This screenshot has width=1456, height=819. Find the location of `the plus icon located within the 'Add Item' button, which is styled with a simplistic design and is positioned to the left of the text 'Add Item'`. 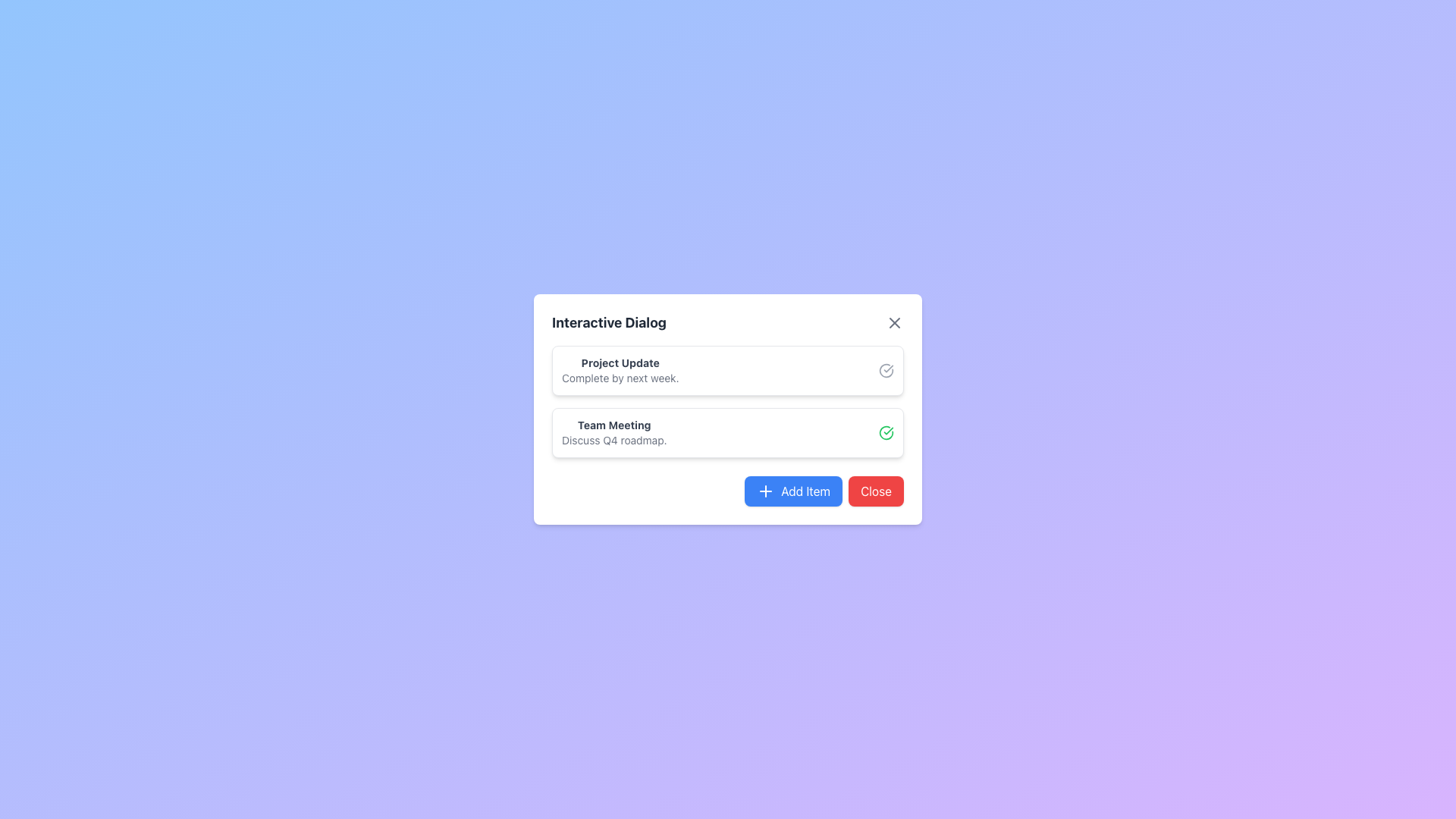

the plus icon located within the 'Add Item' button, which is styled with a simplistic design and is positioned to the left of the text 'Add Item' is located at coordinates (766, 491).